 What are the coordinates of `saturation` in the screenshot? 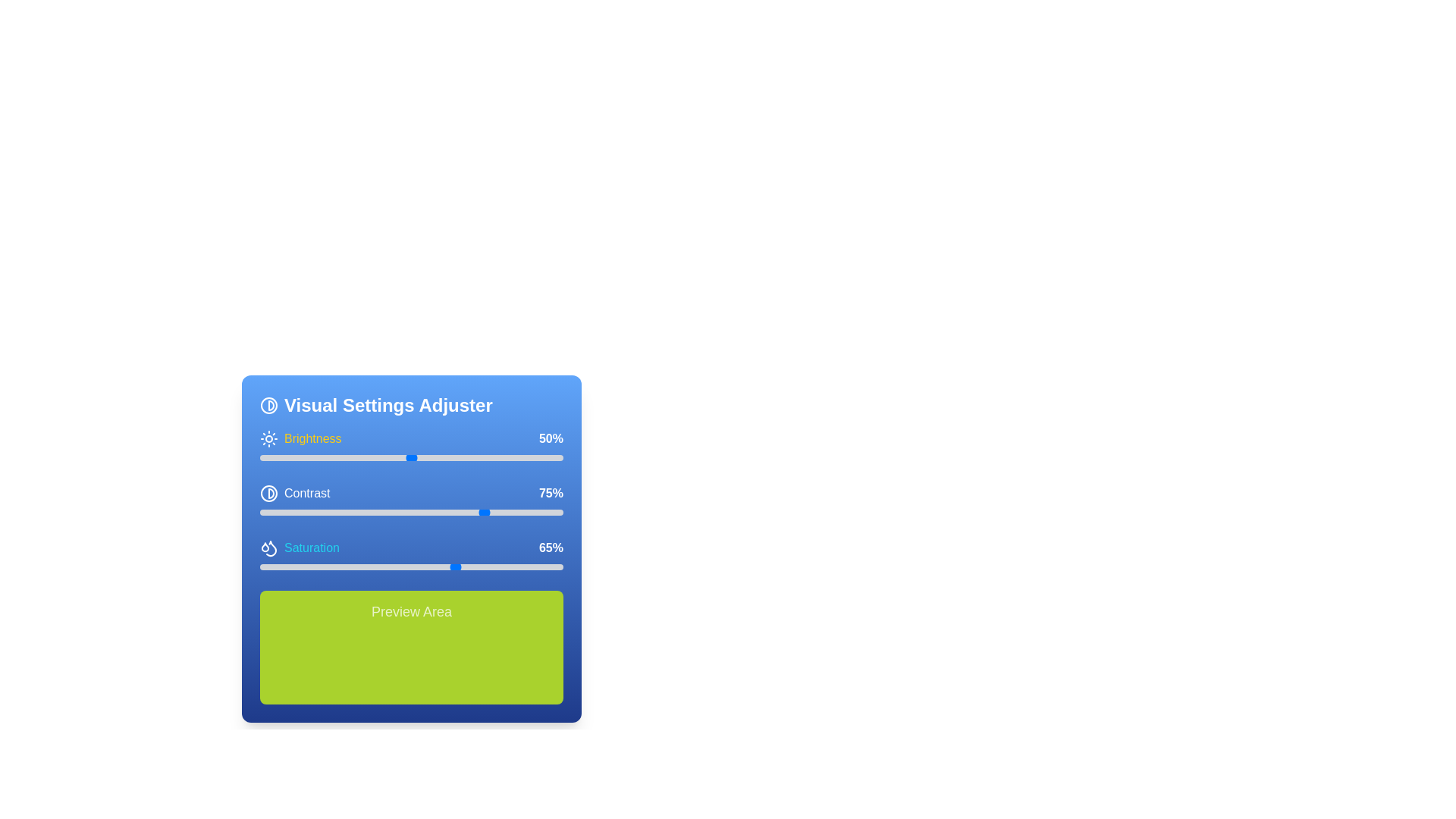 It's located at (411, 567).